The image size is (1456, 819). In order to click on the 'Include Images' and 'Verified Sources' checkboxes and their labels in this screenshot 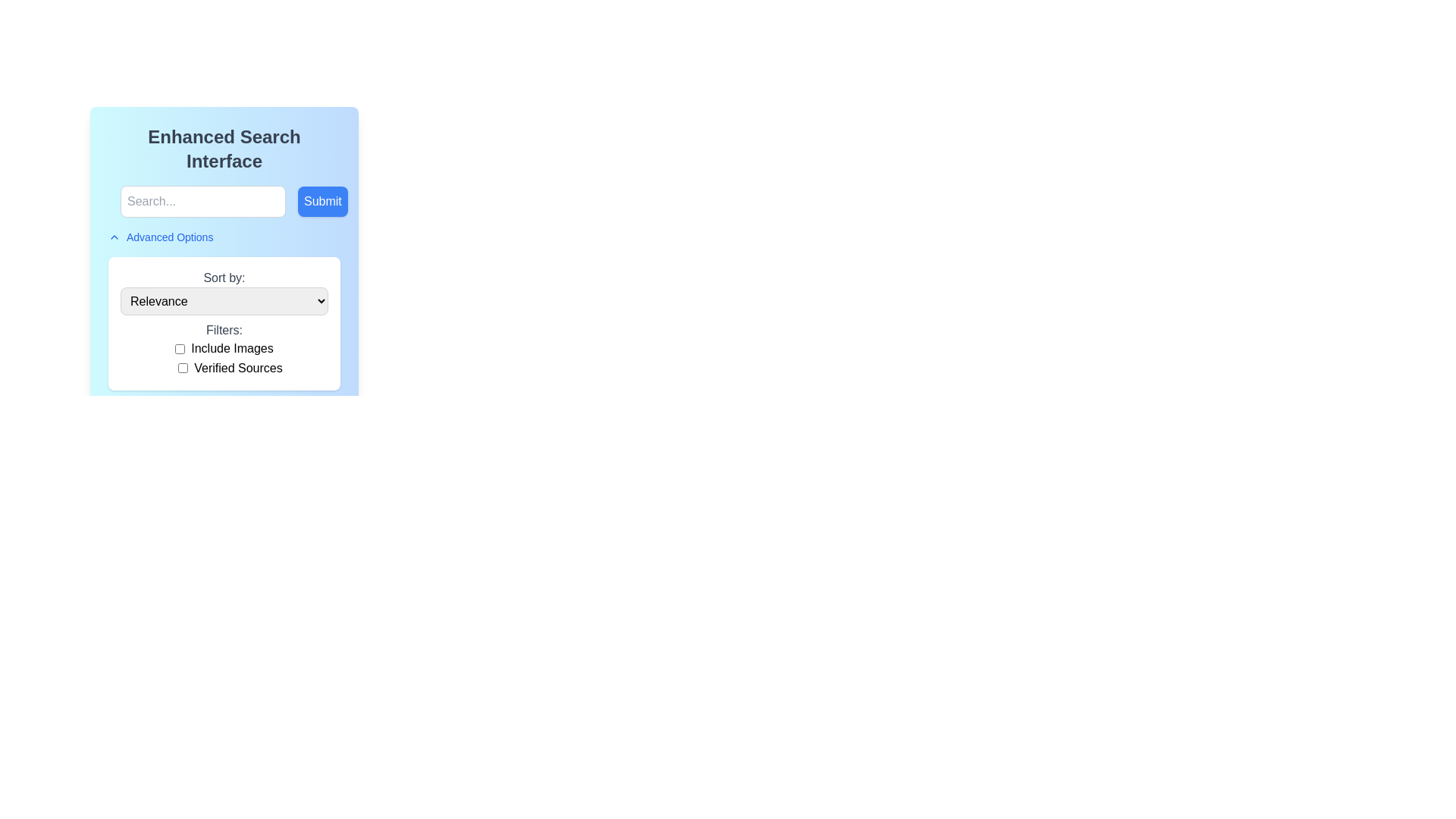, I will do `click(224, 359)`.